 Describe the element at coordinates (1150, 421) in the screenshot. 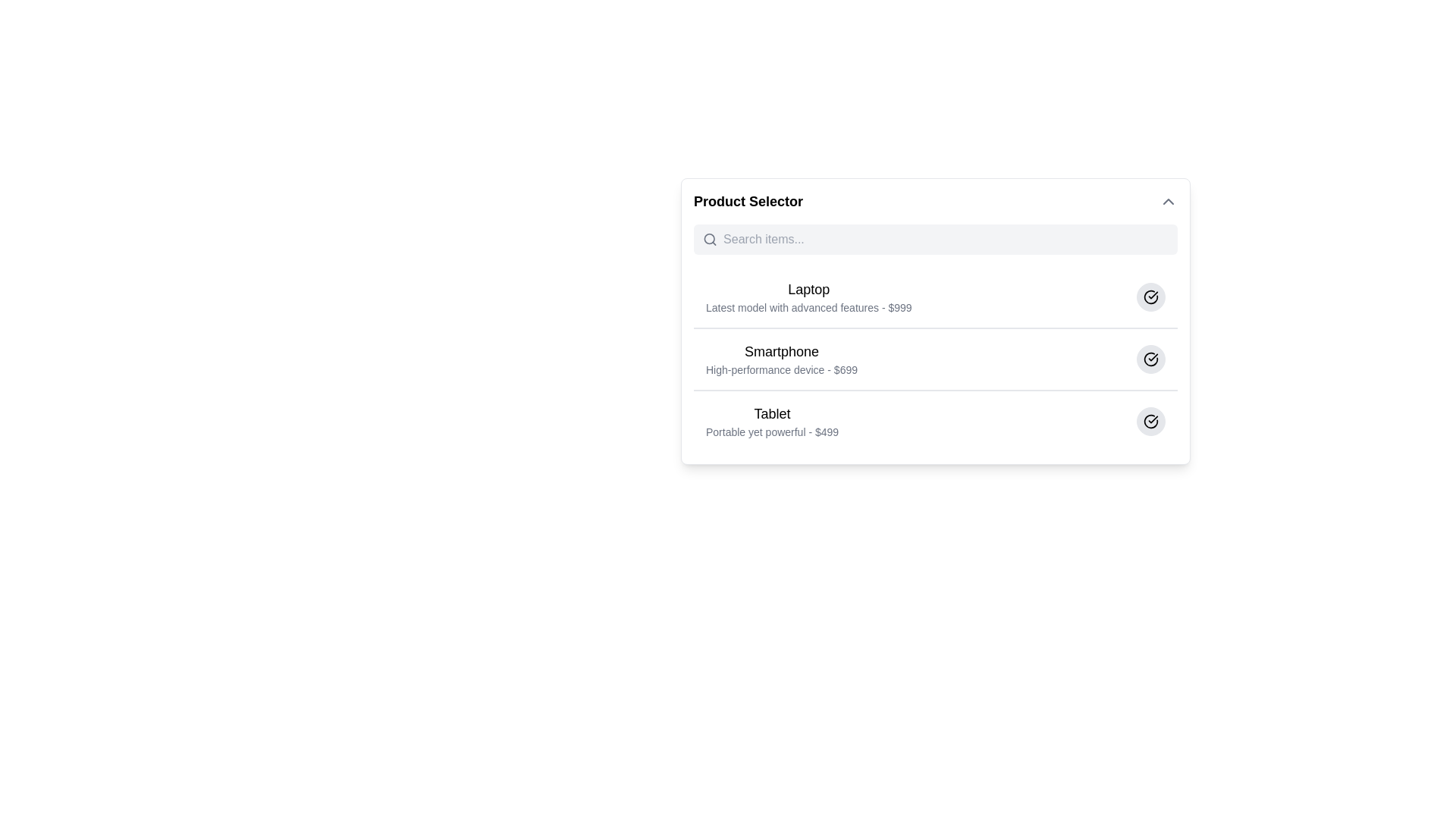

I see `the confirmation button for the 'Tablet' entry, which is the last button in a series of three located on the far right` at that location.